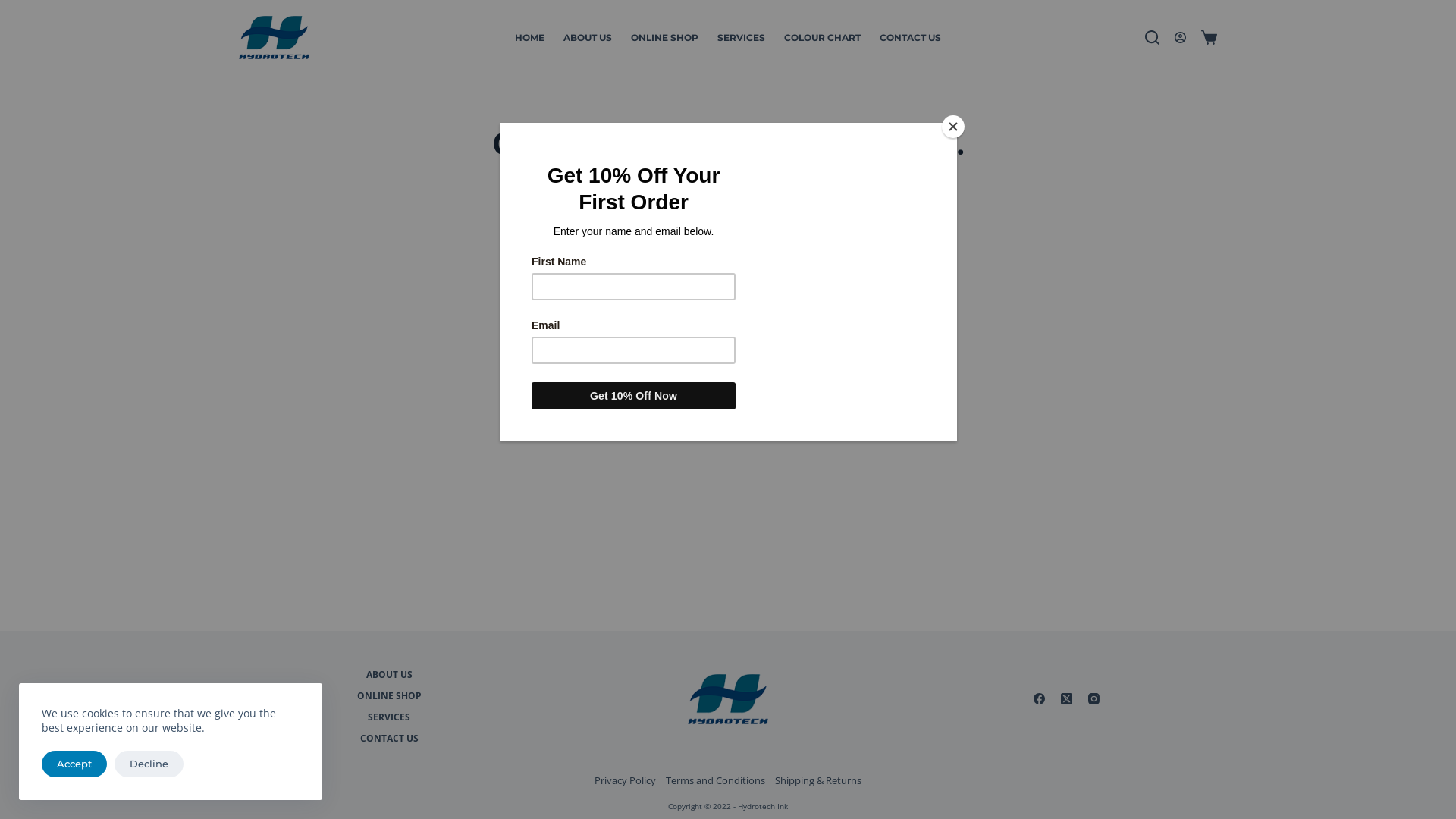 This screenshot has height=819, width=1456. Describe the element at coordinates (714, 780) in the screenshot. I see `'Terms and Conditions'` at that location.